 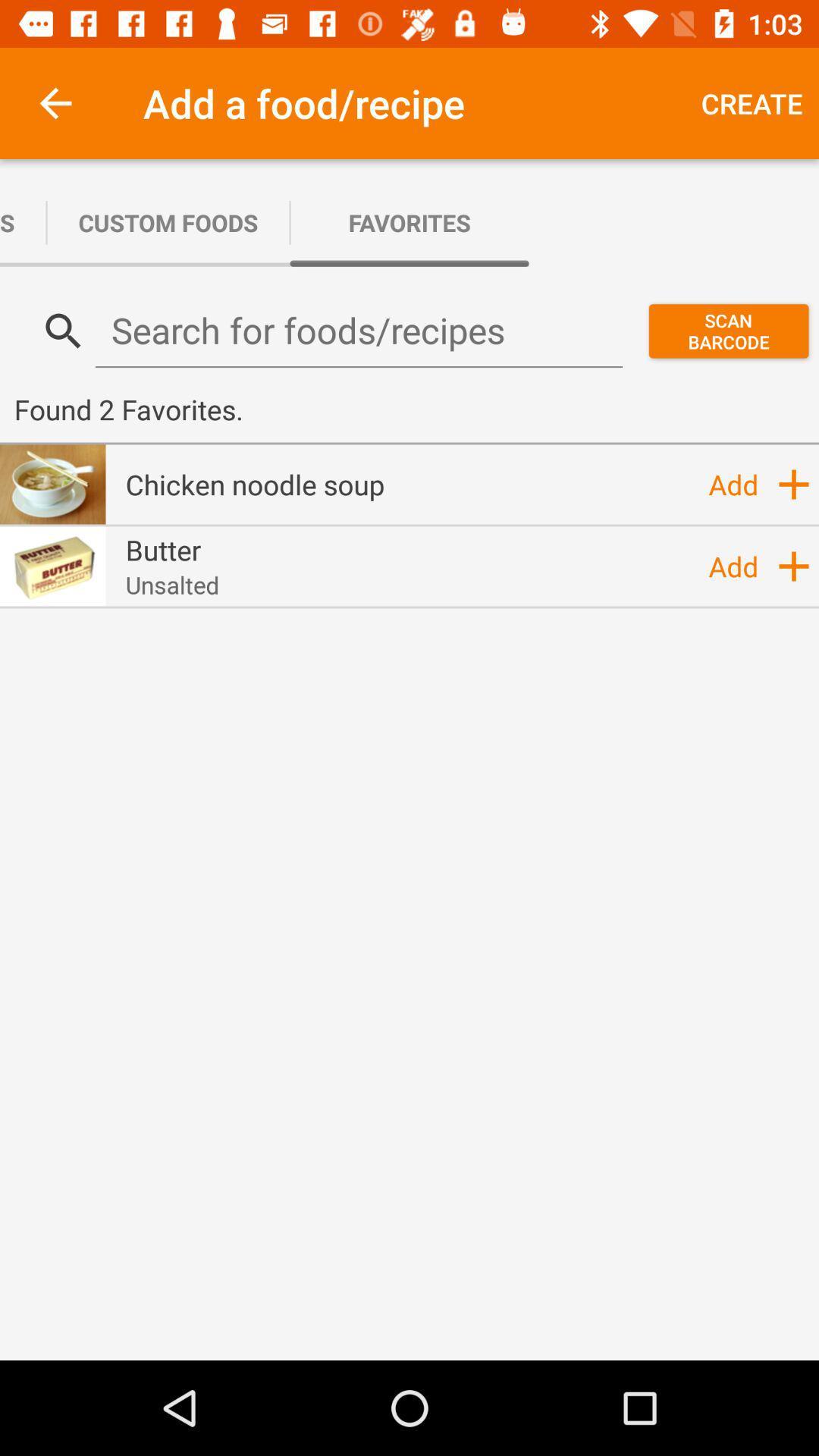 What do you see at coordinates (728, 330) in the screenshot?
I see `the item above the found 2 favorites. icon` at bounding box center [728, 330].